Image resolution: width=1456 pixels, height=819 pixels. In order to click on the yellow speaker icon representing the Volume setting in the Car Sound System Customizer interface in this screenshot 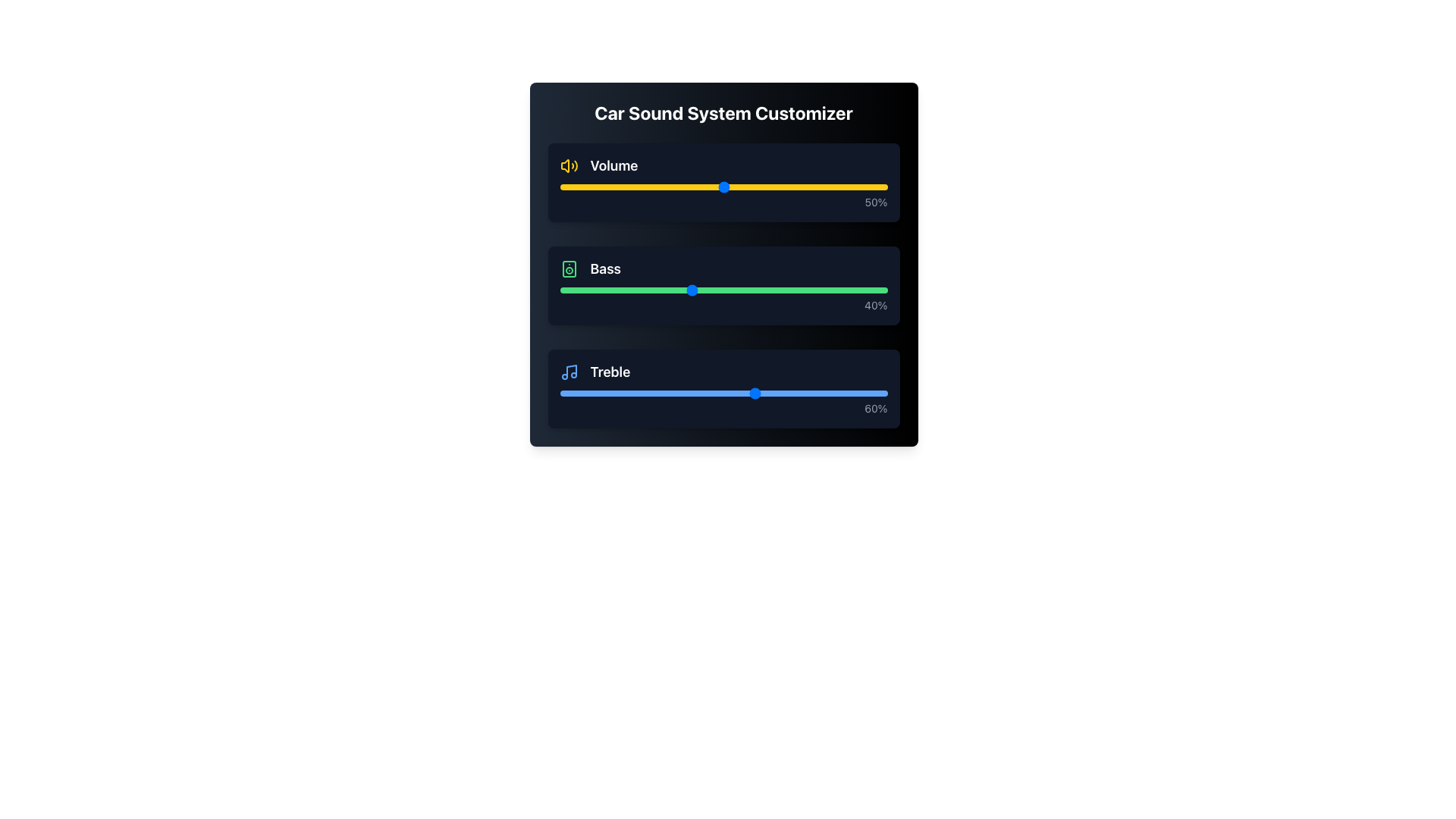, I will do `click(563, 166)`.